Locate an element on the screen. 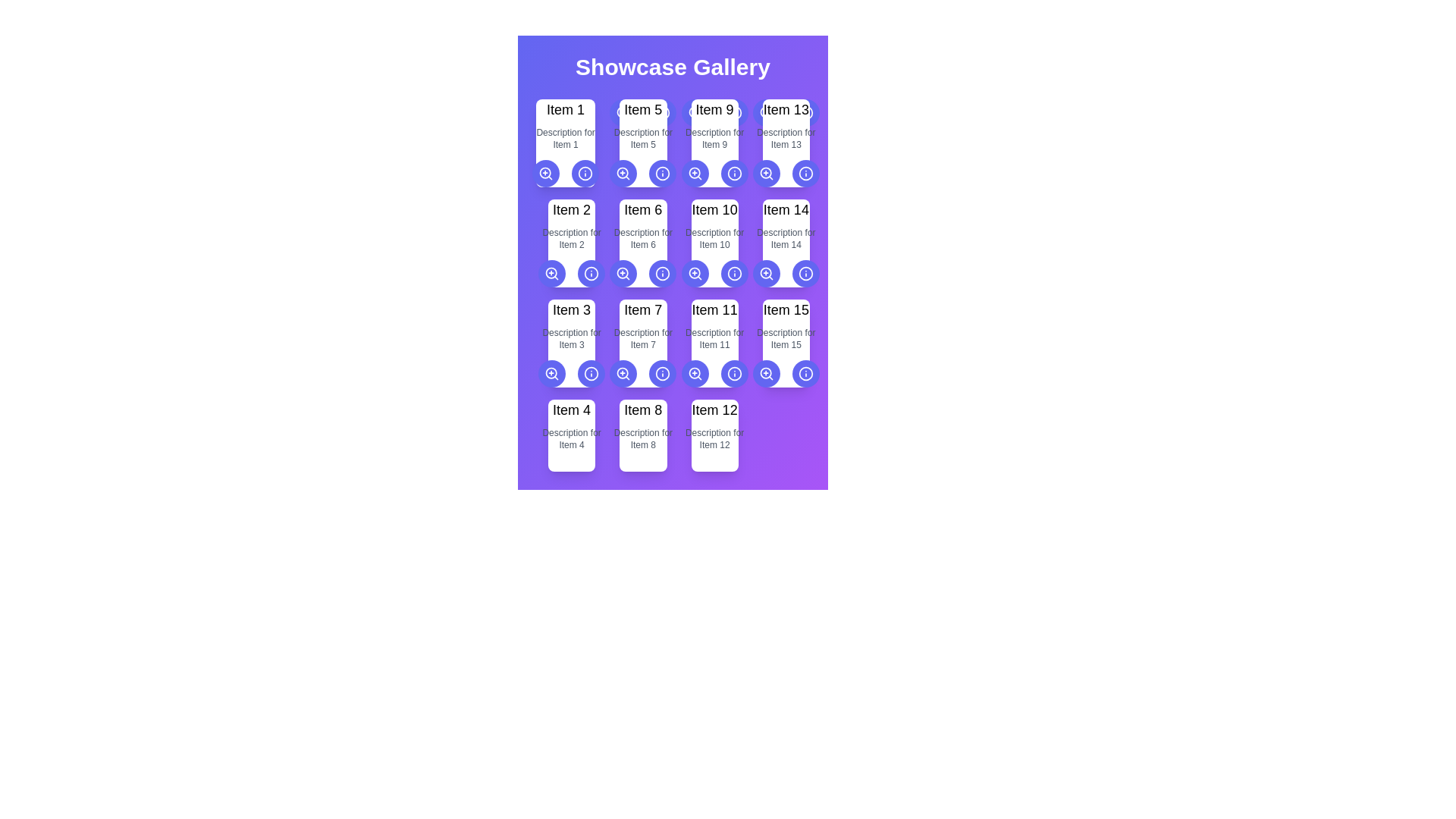 The image size is (1456, 819). the static text label located in the upper-left corner of the grid structure, specifically in the second cell of the first row, to identify the related item is located at coordinates (571, 210).